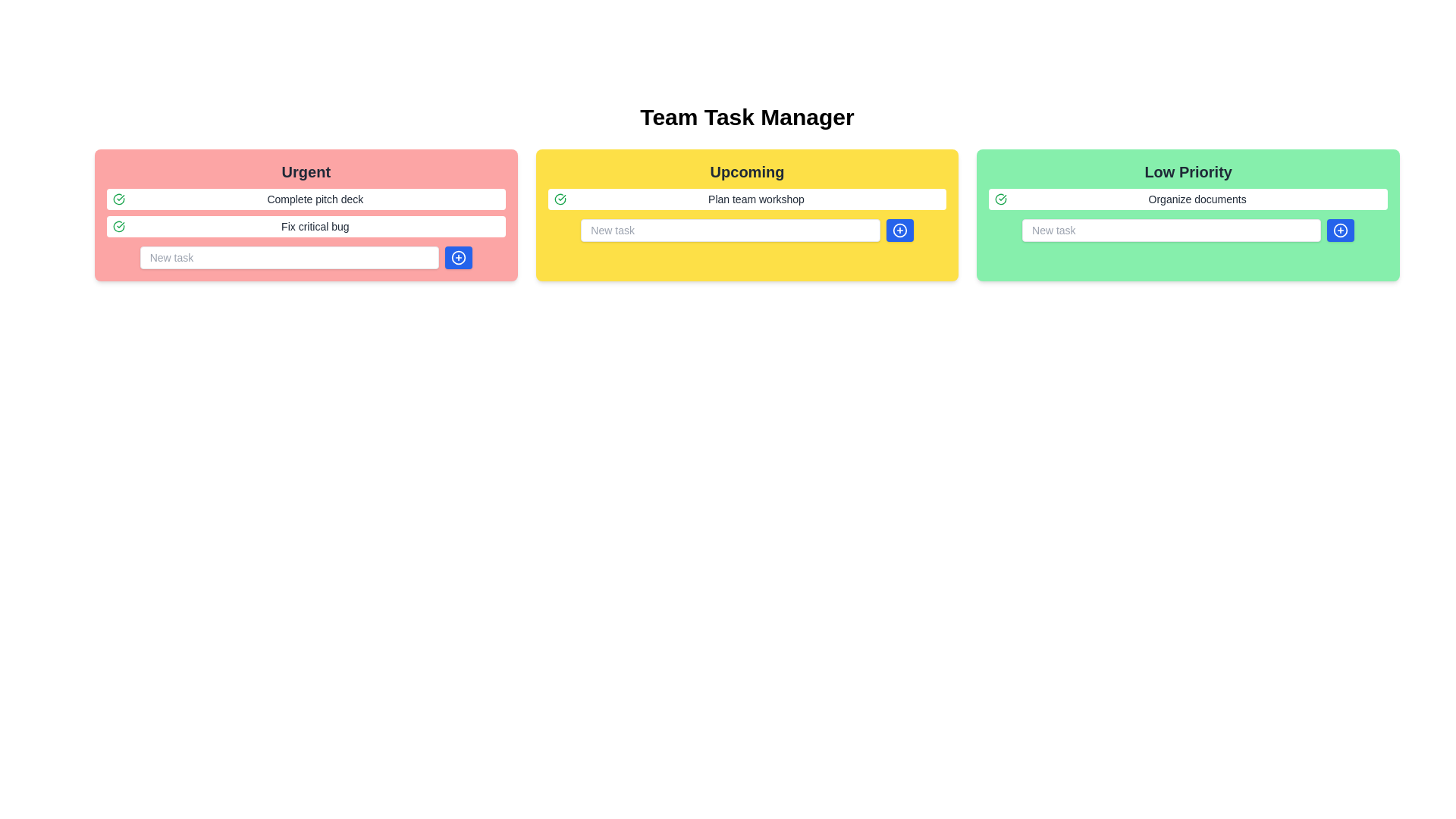 This screenshot has width=1456, height=819. Describe the element at coordinates (305, 198) in the screenshot. I see `the first task item in the red 'Urgent' task list, which displays a green checkmark icon and the text 'Complete pitch deck'` at that location.